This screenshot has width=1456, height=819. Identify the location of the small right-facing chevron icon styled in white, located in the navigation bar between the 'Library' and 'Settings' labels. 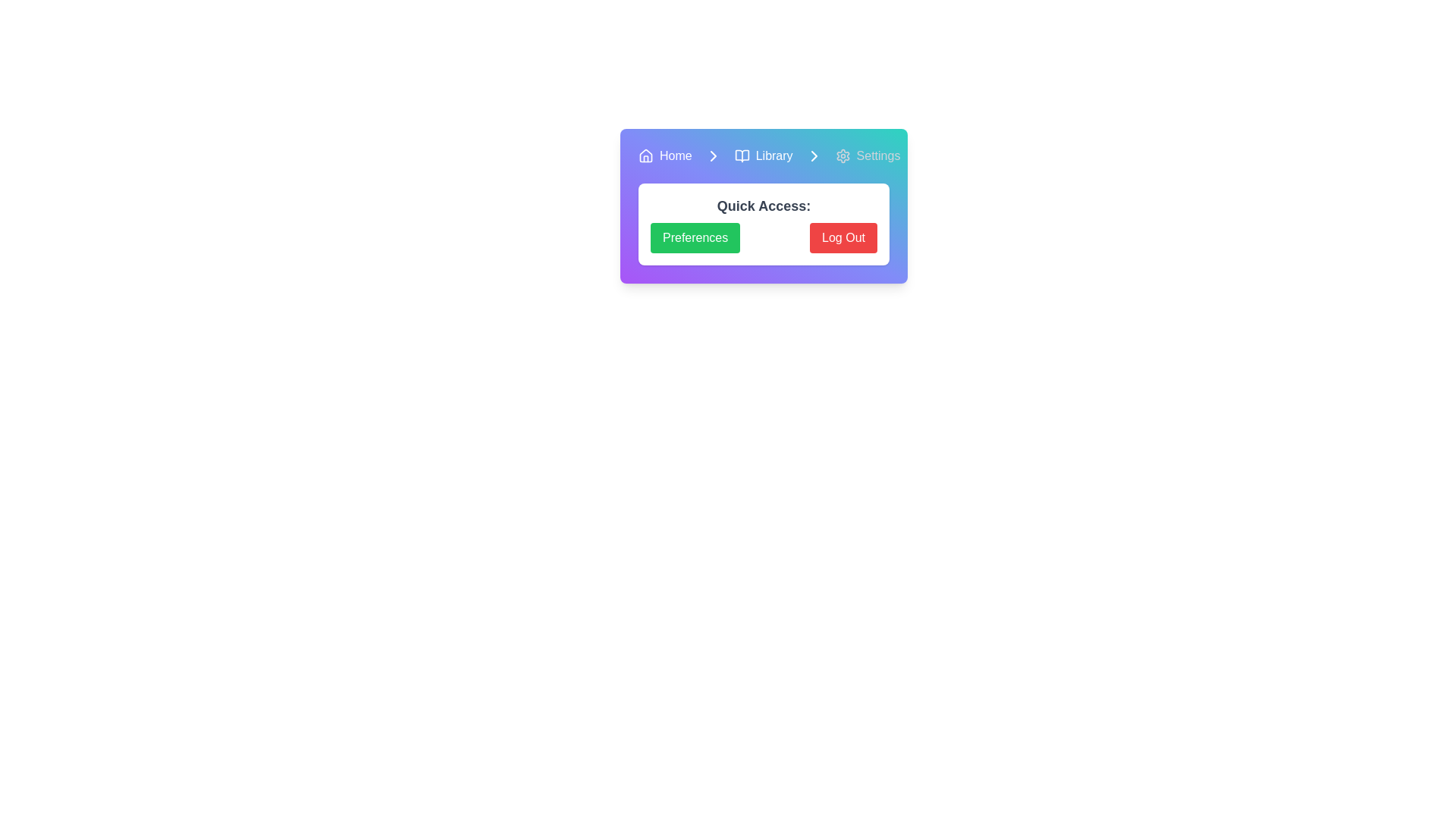
(813, 155).